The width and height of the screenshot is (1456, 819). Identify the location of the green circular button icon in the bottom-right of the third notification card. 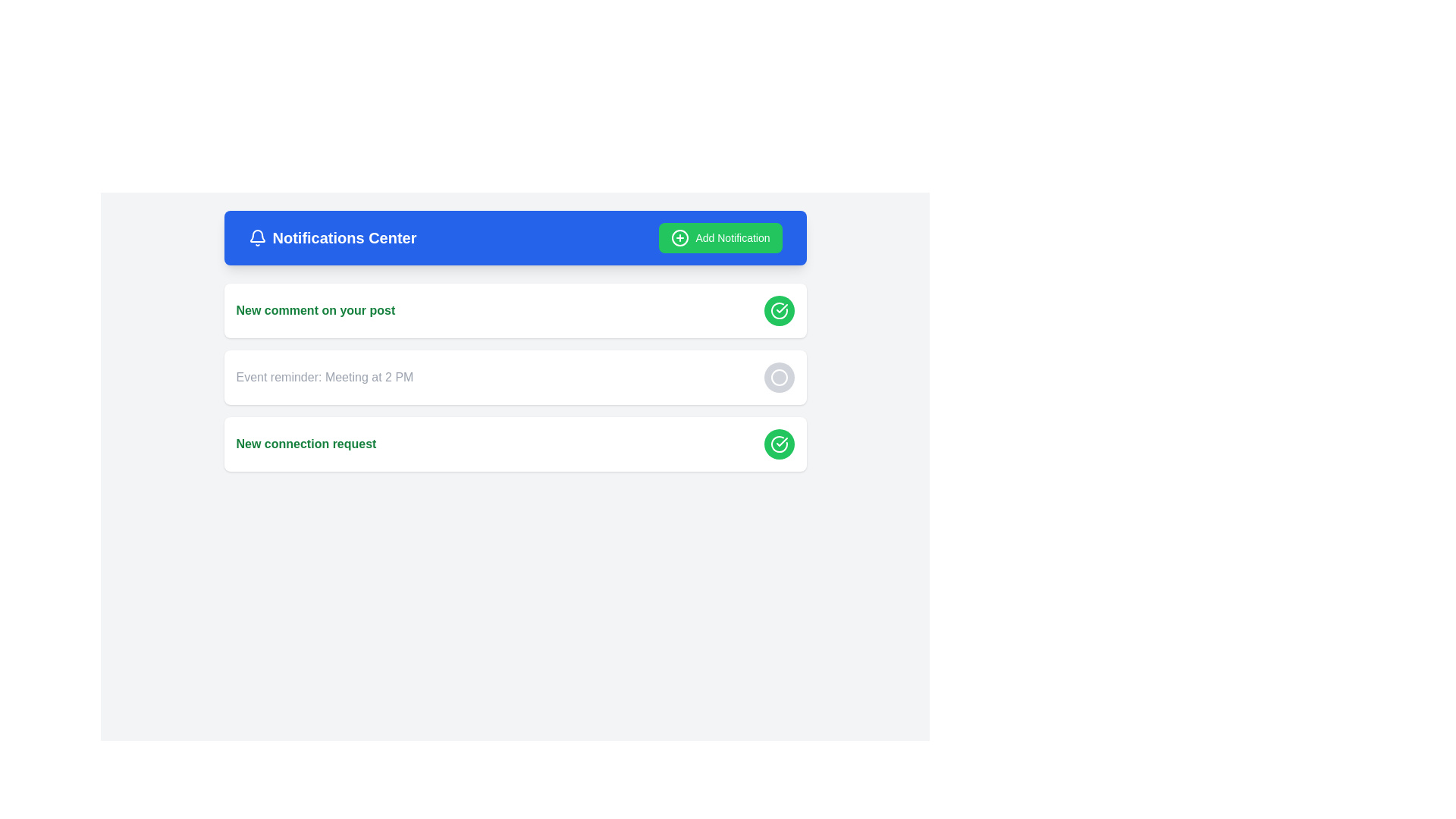
(782, 308).